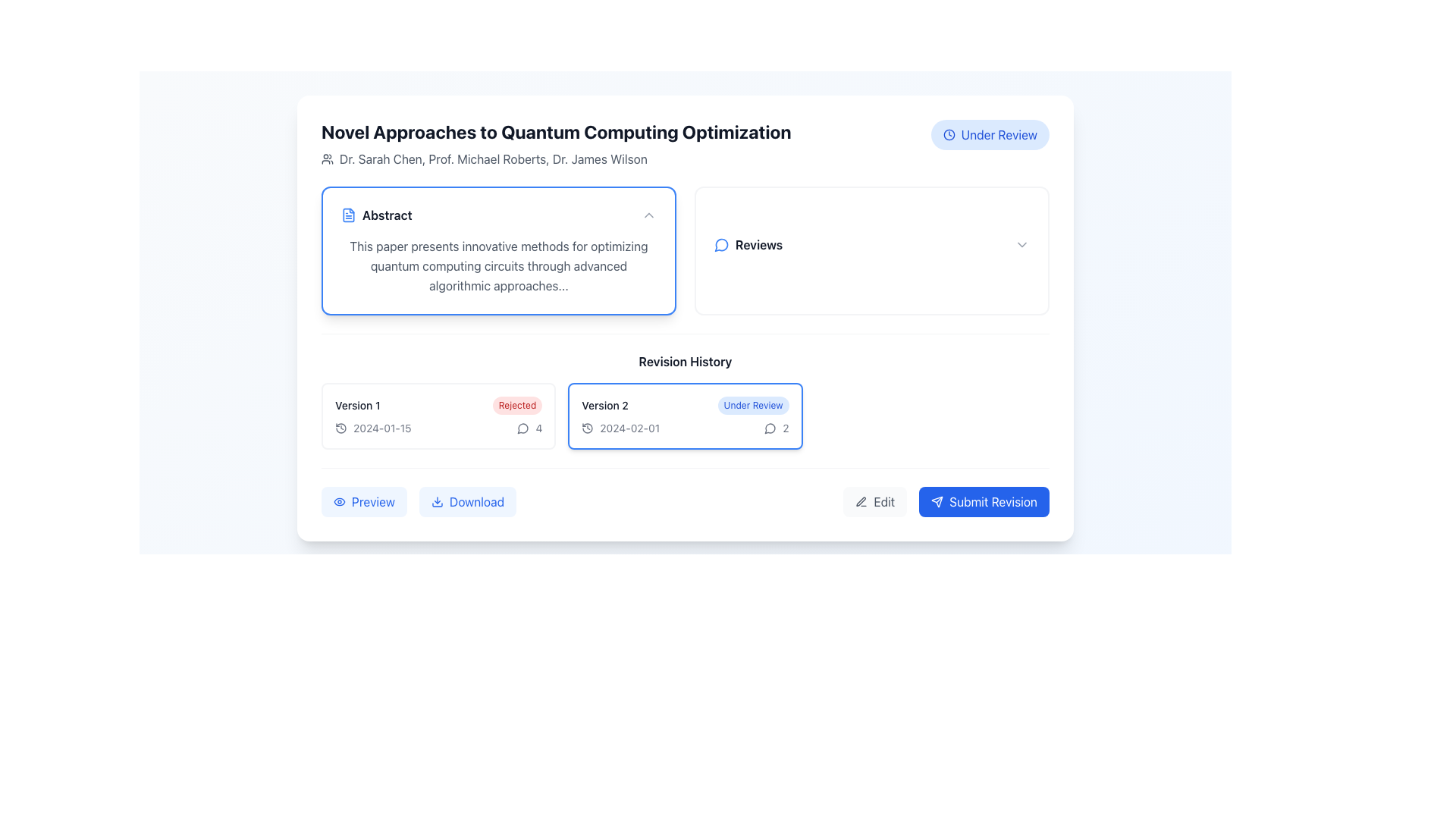  I want to click on the edit icon located to the left of the 'Edit' text in the lower-right section of the interface, so click(861, 502).